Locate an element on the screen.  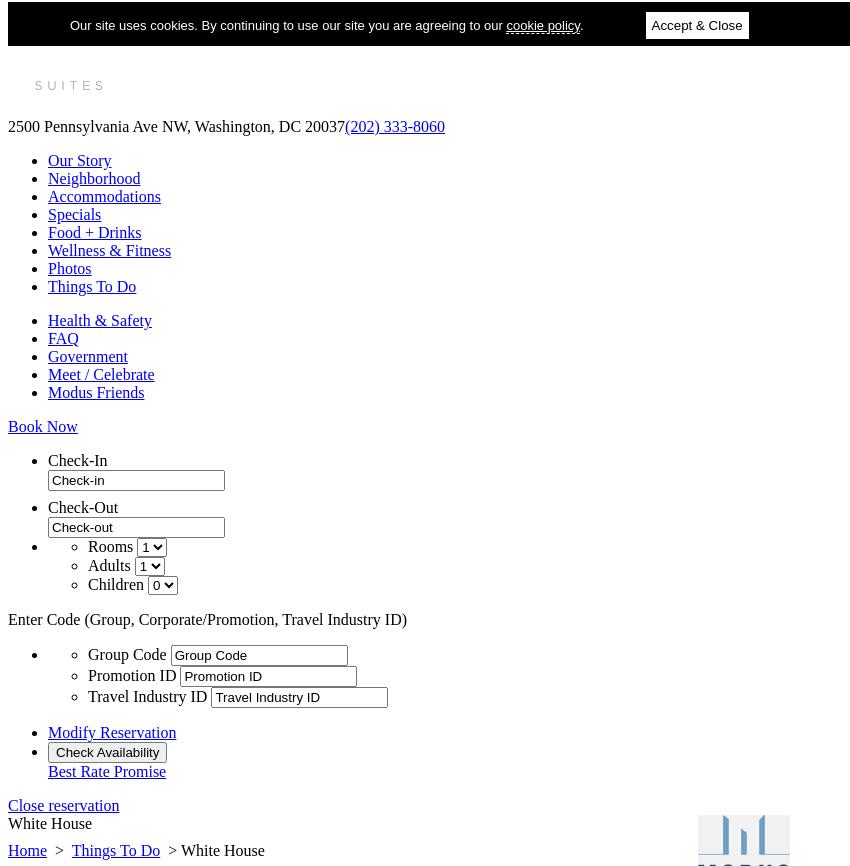
'(202) 333-8060' is located at coordinates (344, 126).